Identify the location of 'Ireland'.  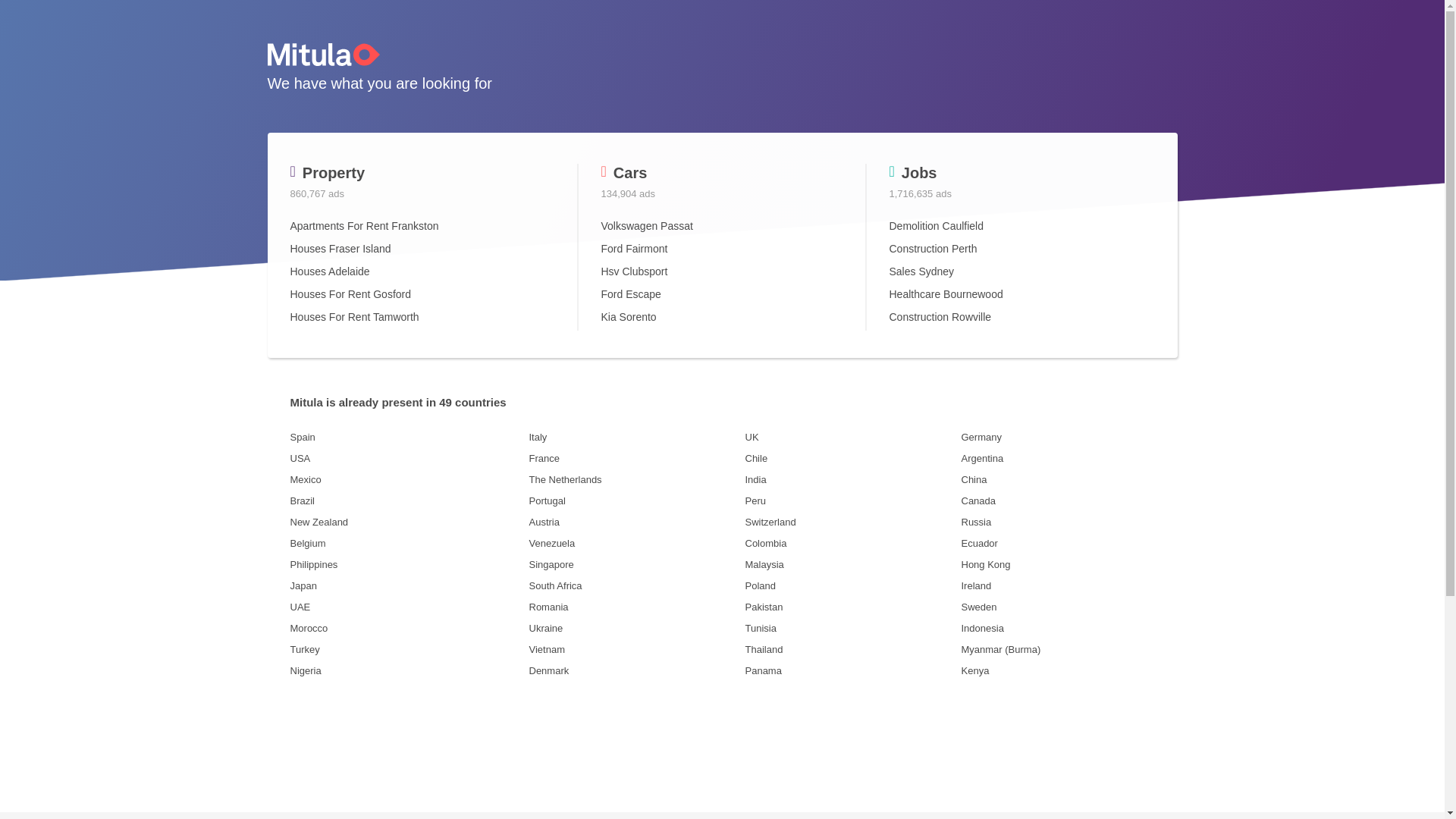
(1057, 585).